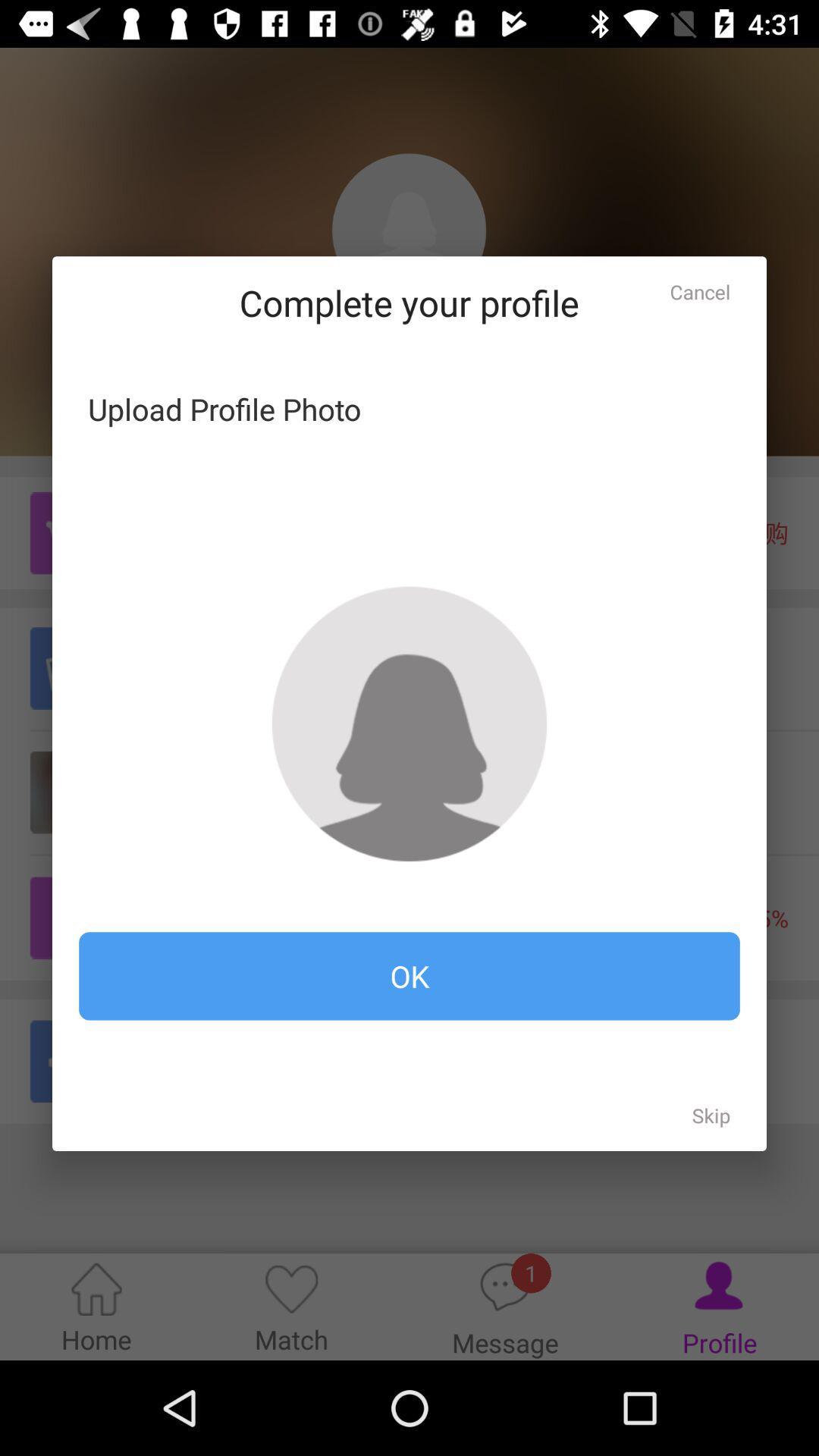 This screenshot has width=819, height=1456. I want to click on item at the bottom right corner, so click(711, 1116).